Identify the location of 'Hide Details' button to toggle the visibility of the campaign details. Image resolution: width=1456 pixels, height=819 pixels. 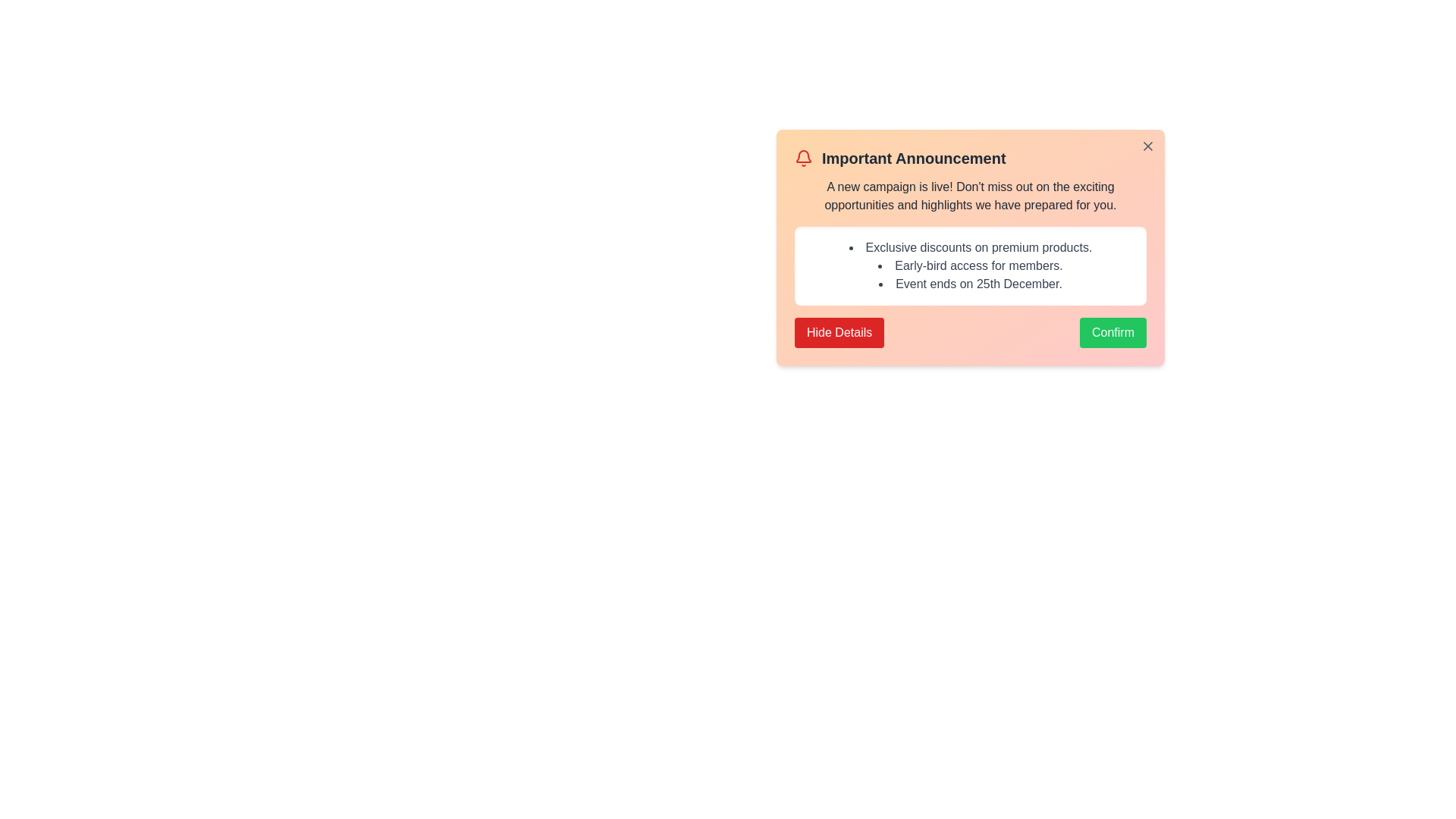
(839, 332).